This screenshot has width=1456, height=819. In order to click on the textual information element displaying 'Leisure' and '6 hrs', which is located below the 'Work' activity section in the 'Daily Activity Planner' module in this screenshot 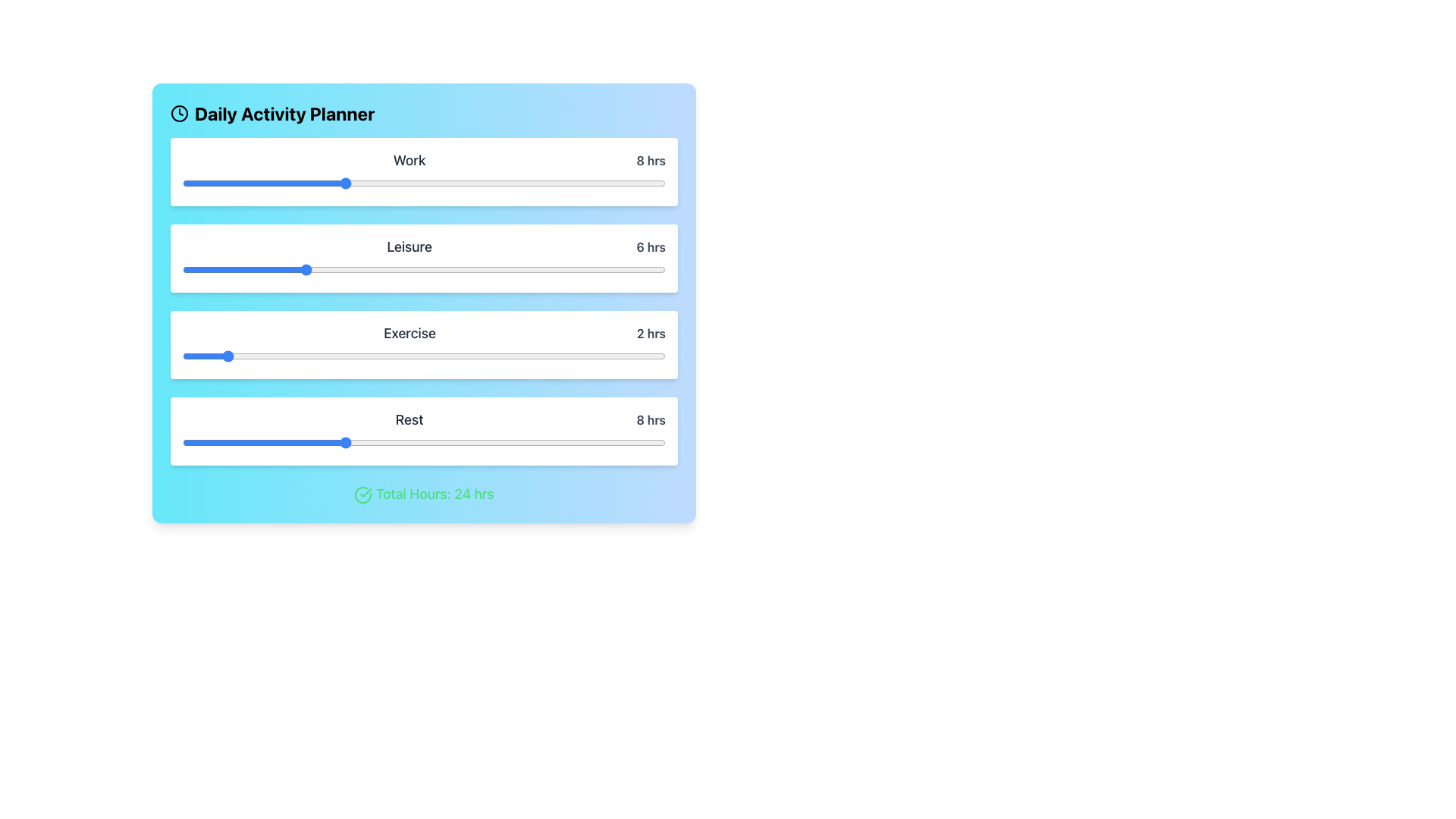, I will do `click(424, 246)`.